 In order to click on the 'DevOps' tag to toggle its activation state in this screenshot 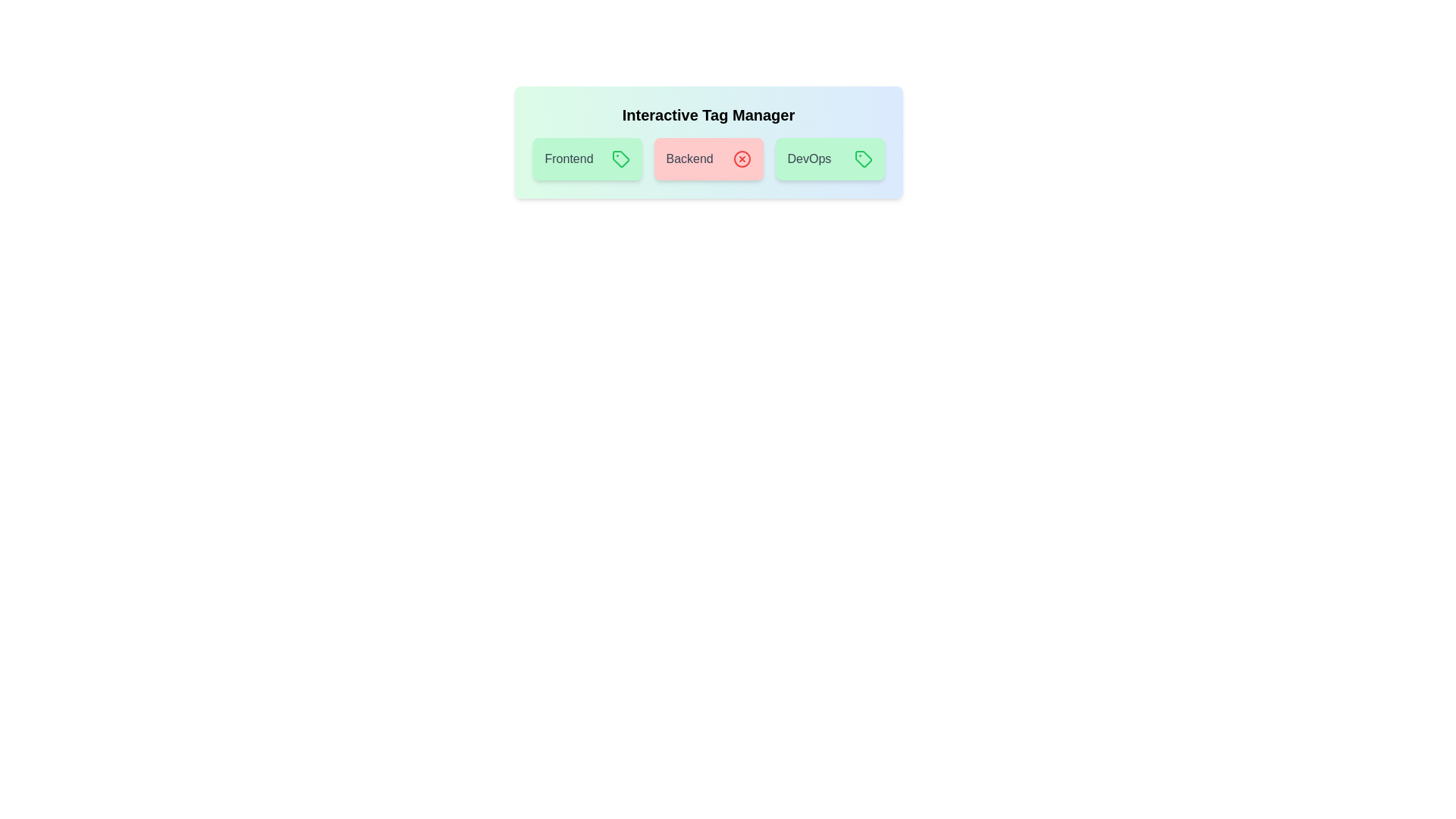, I will do `click(829, 158)`.